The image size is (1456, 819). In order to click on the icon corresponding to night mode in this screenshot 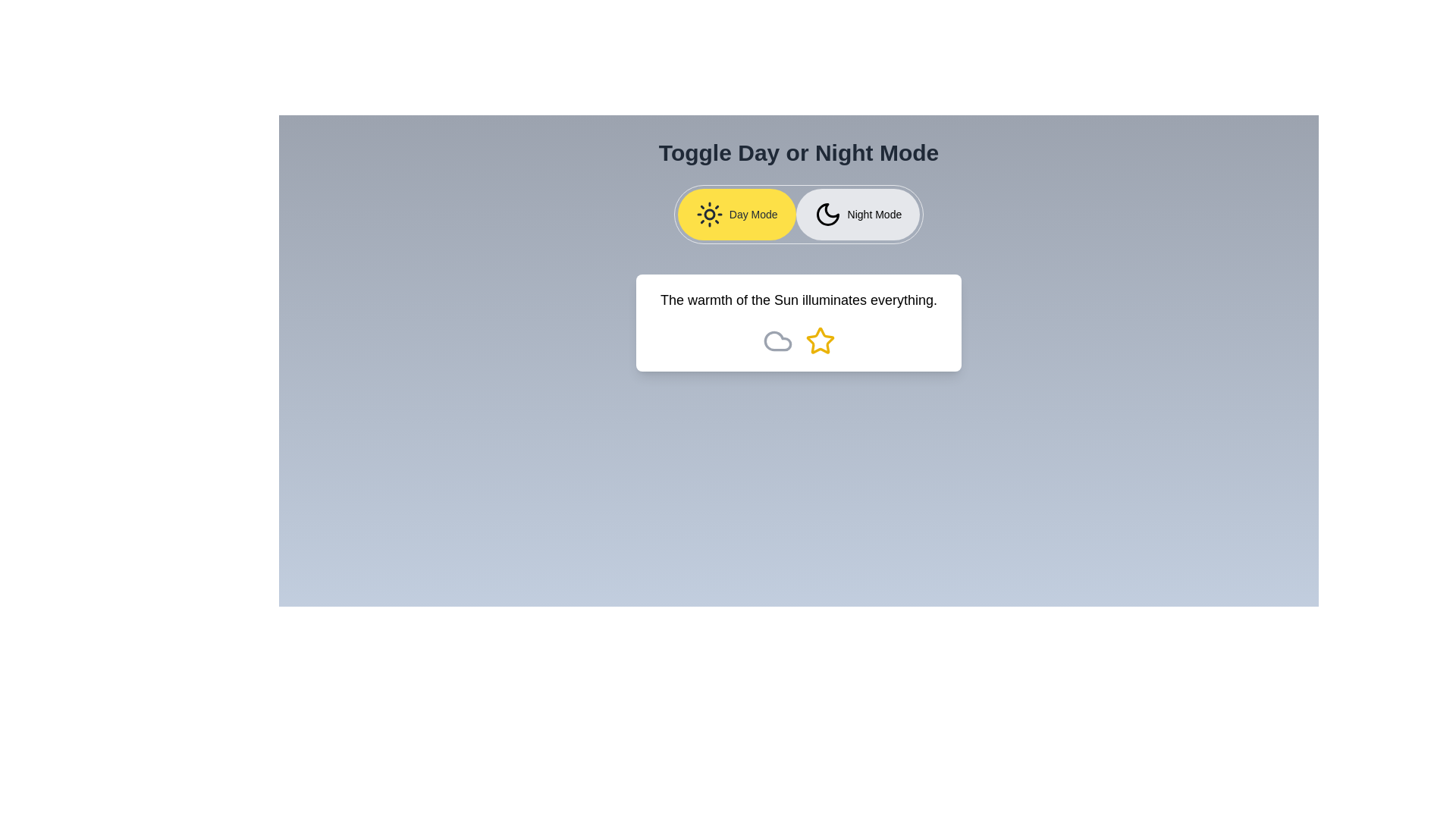, I will do `click(858, 214)`.